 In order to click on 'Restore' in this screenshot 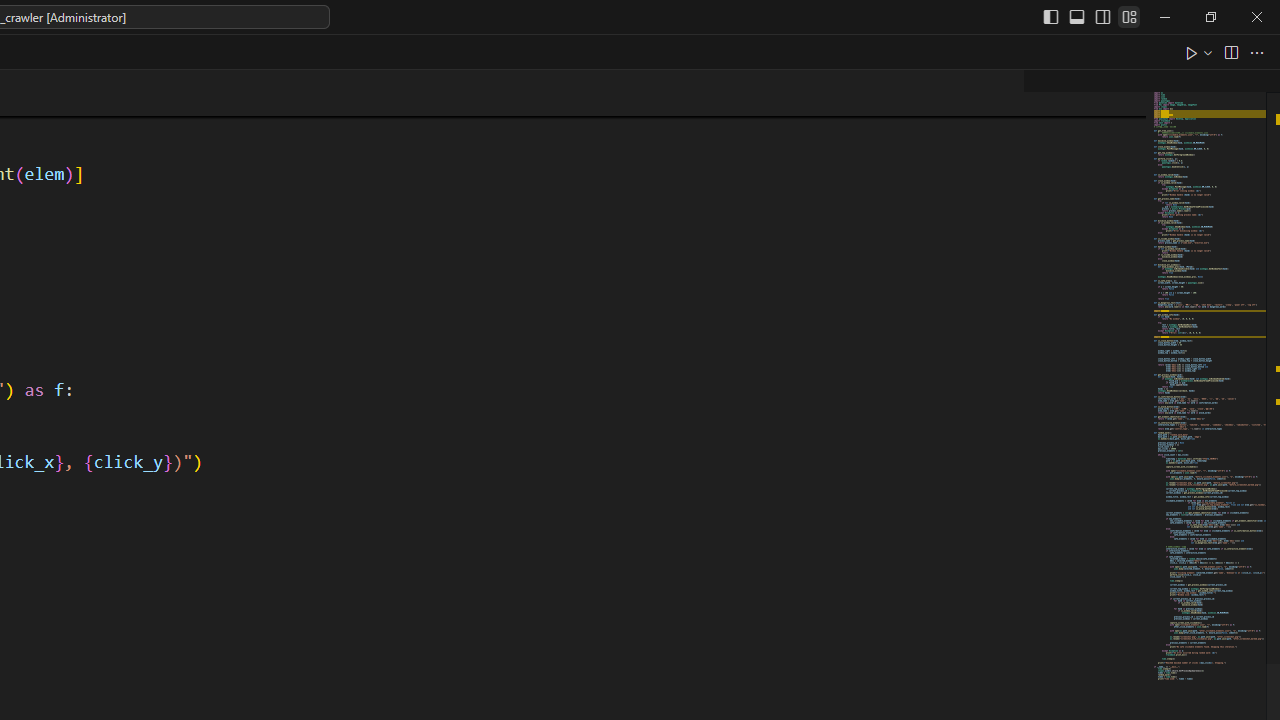, I will do `click(1209, 16)`.